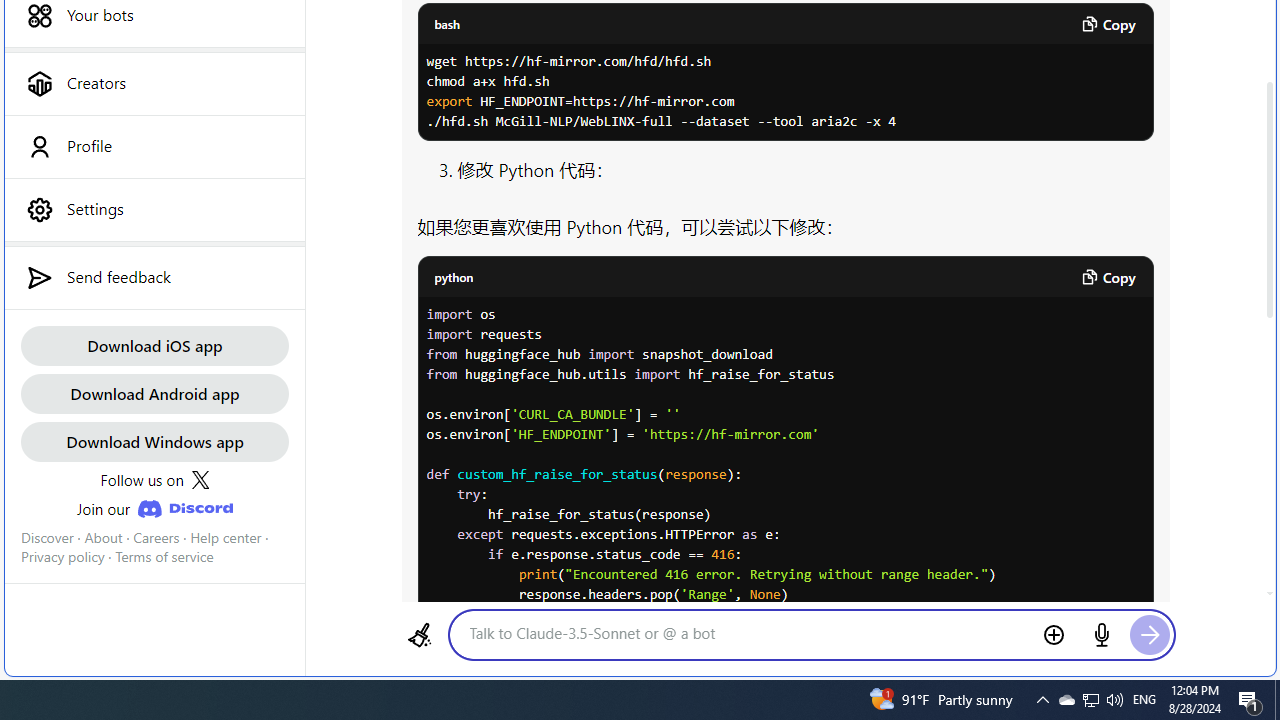  Describe the element at coordinates (184, 508) in the screenshot. I see `'Class: JoinDiscordLink_discordIcon__Xw13A'` at that location.